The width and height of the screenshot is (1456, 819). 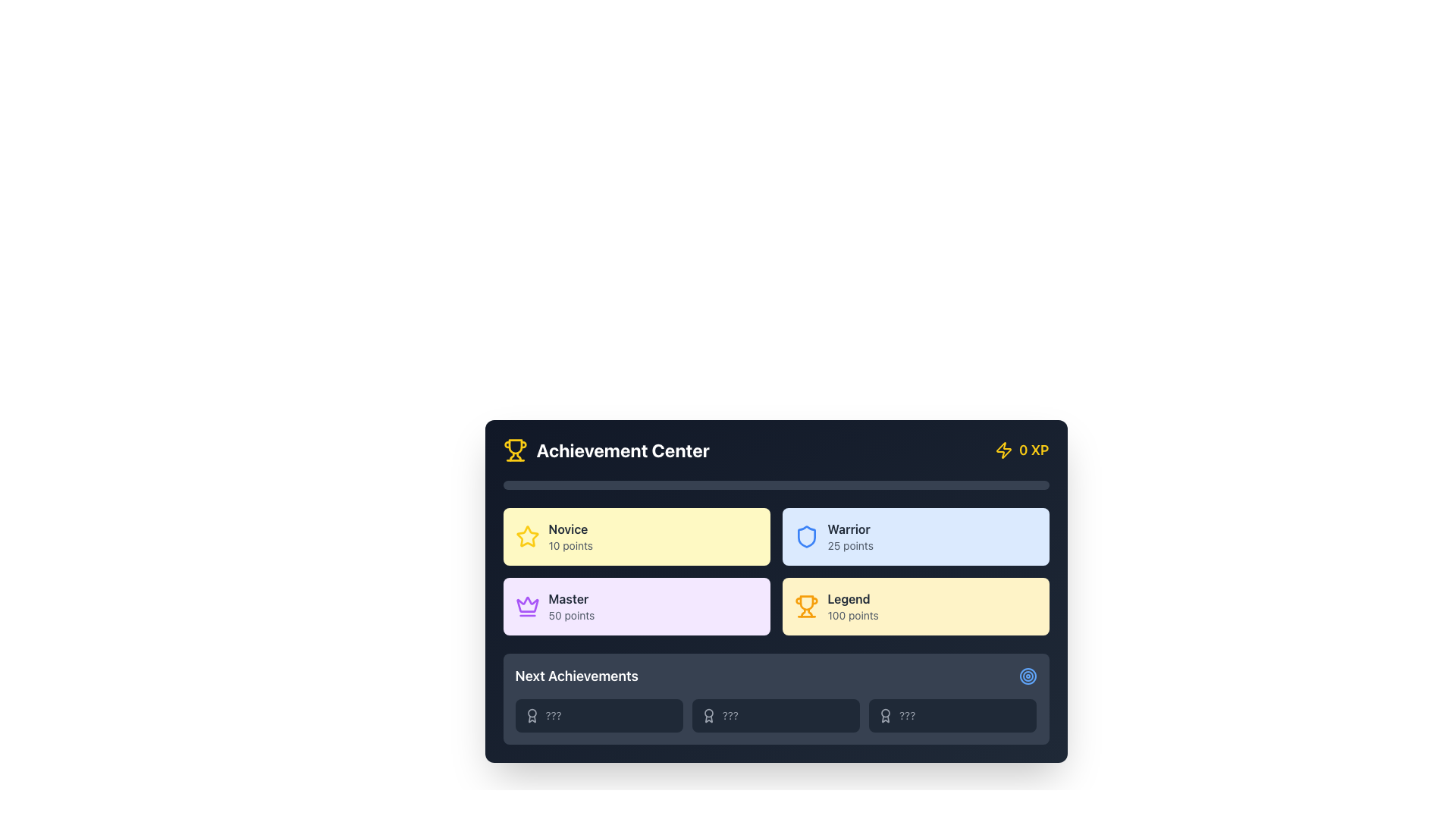 I want to click on the goal marker icon located in the bottom-right corner of the 'Next Achievements' section, adjacent to three placeholder elements, so click(x=1028, y=675).